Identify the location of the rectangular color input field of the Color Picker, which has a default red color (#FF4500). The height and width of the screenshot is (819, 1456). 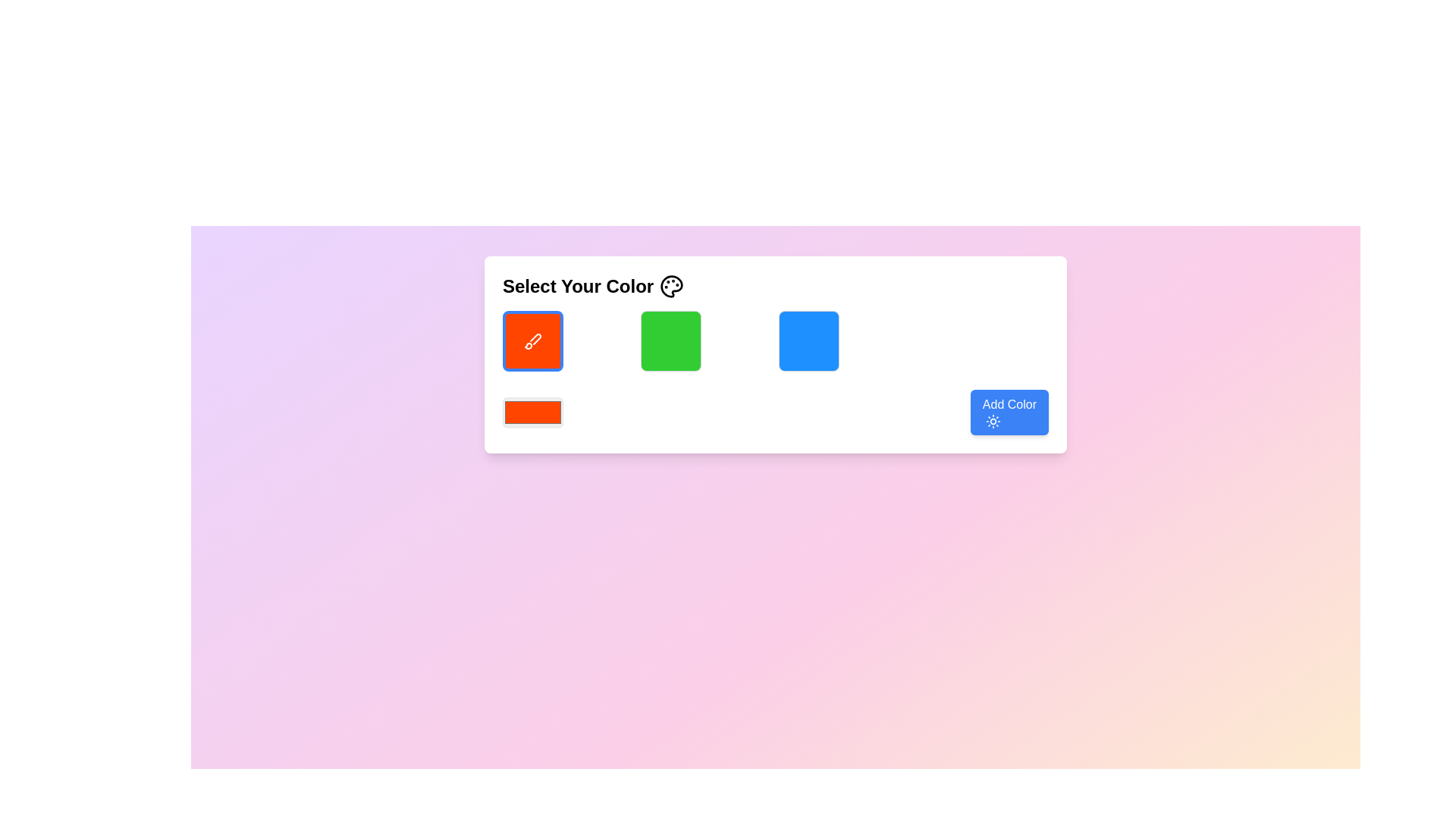
(532, 412).